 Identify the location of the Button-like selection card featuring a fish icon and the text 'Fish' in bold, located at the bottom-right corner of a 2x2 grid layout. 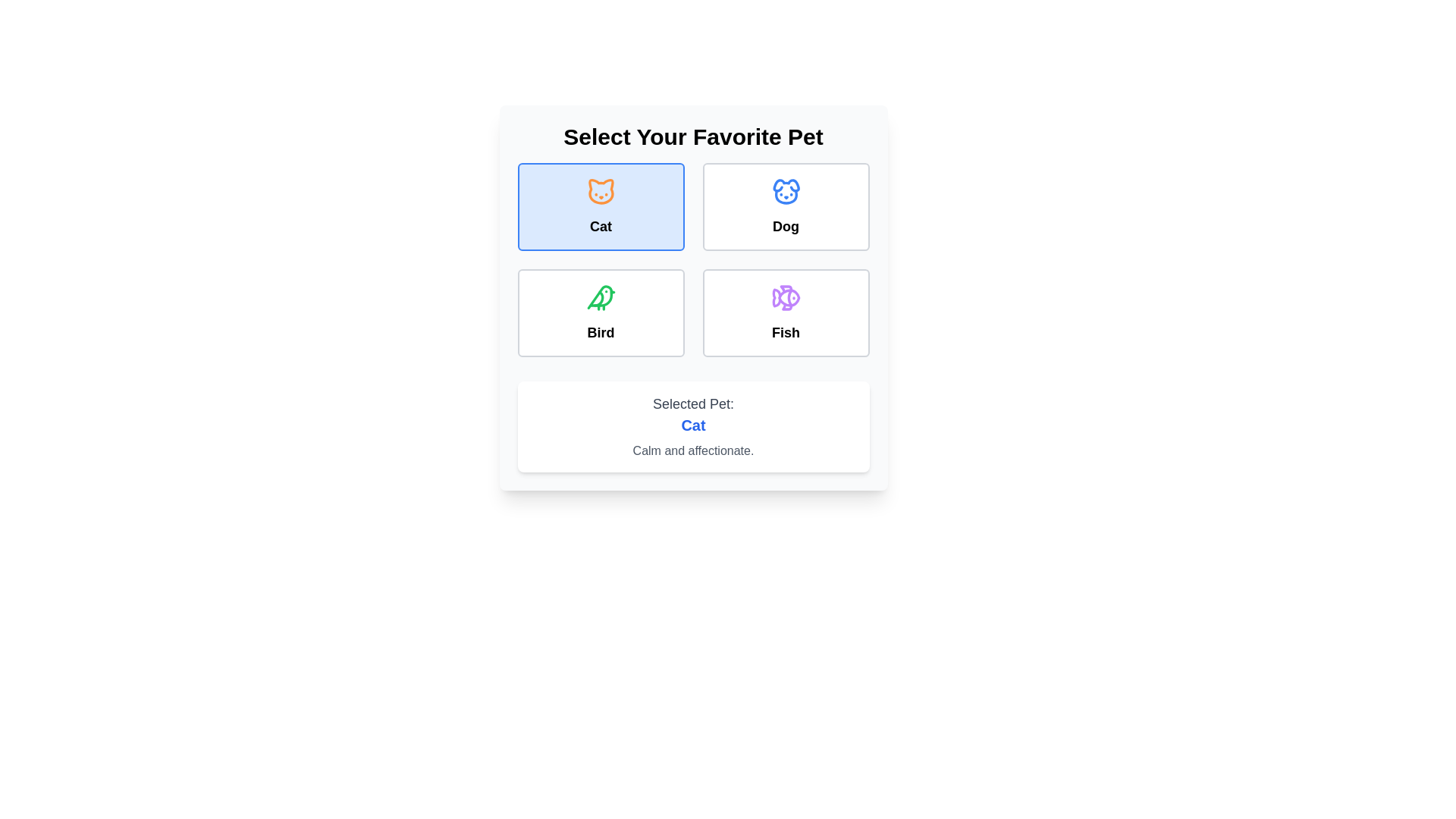
(786, 312).